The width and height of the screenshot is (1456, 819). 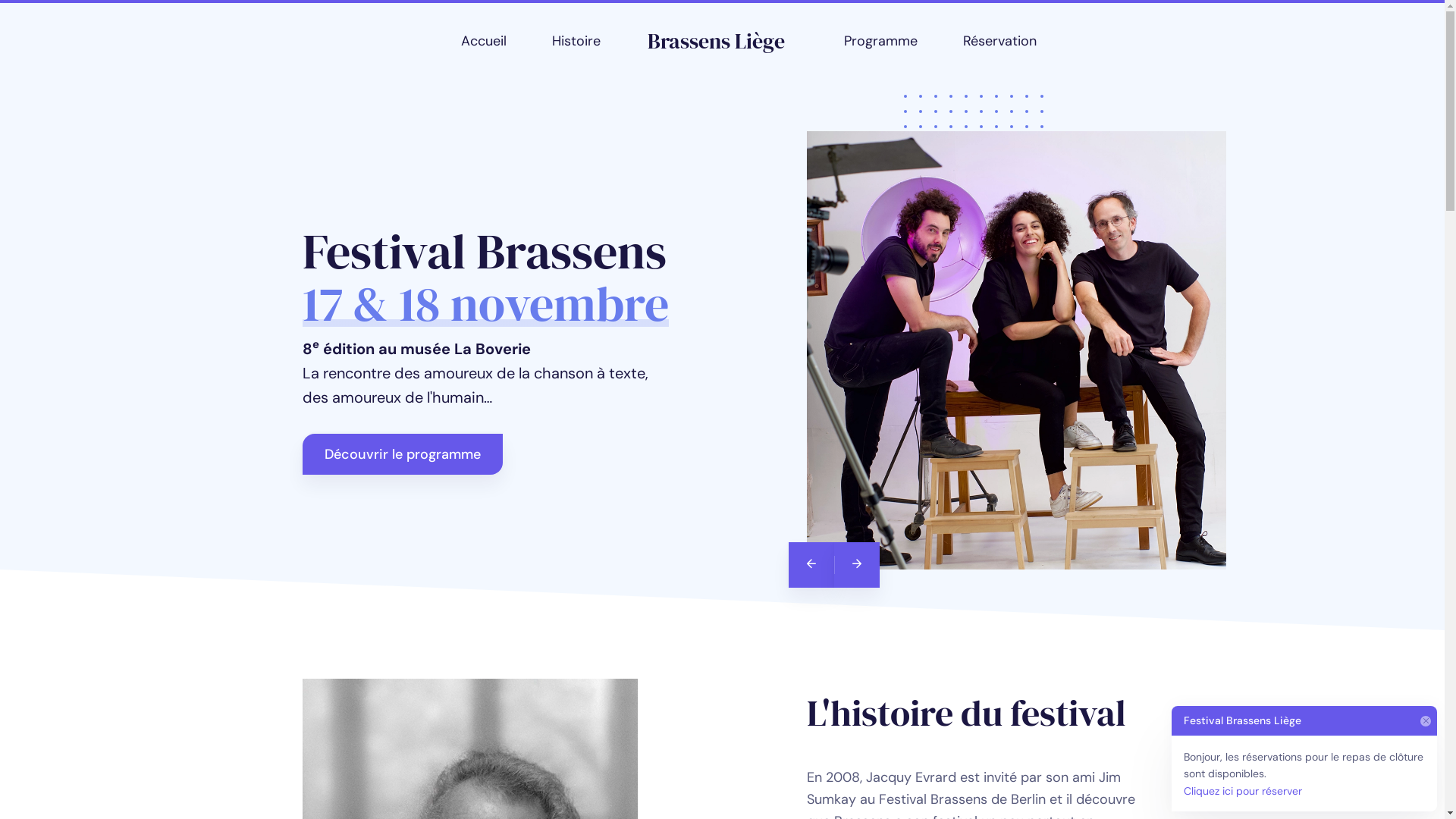 What do you see at coordinates (483, 40) in the screenshot?
I see `'Accueil'` at bounding box center [483, 40].